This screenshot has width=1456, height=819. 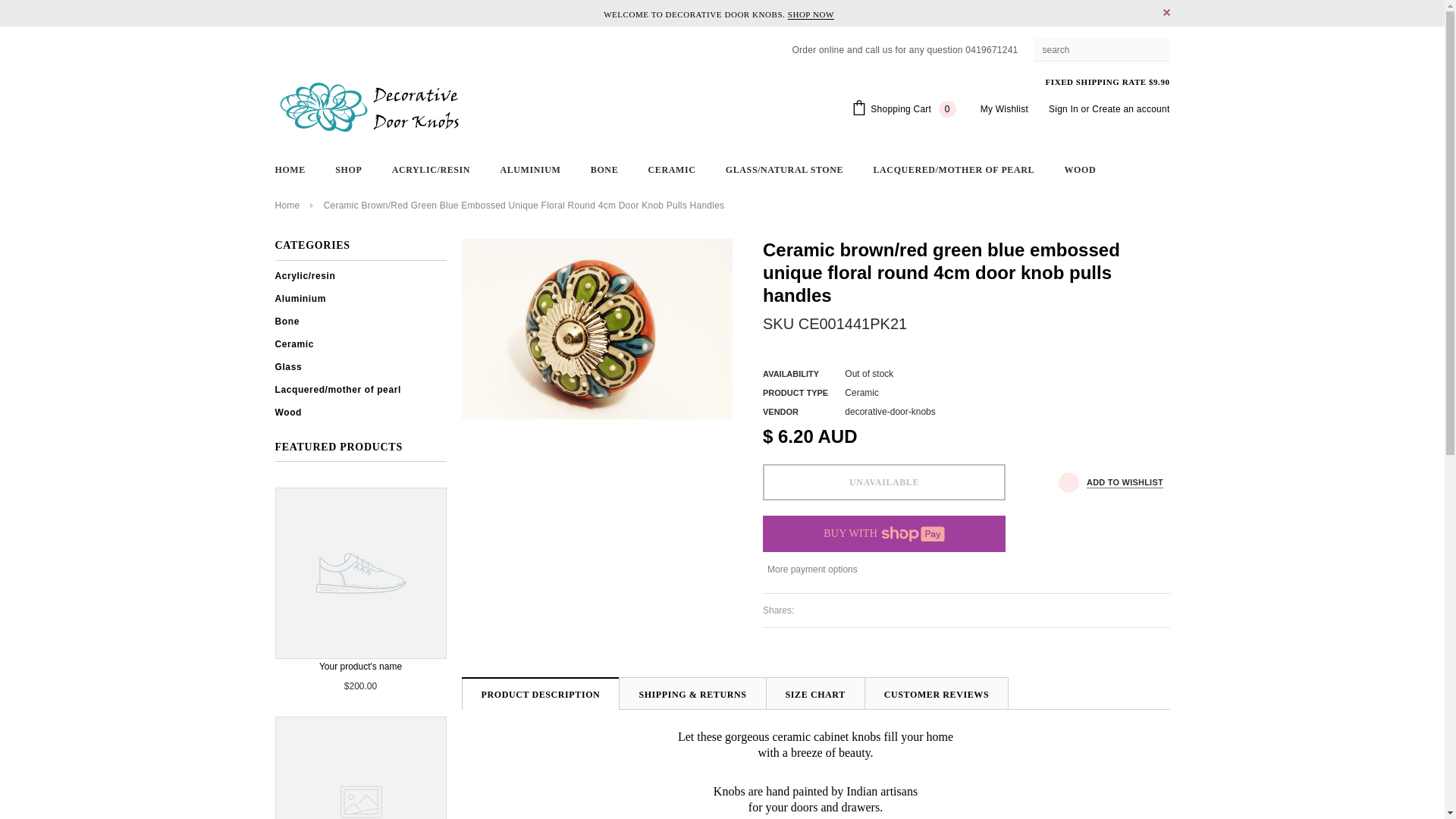 What do you see at coordinates (1058, 482) in the screenshot?
I see `'ADD TO WISHLIST'` at bounding box center [1058, 482].